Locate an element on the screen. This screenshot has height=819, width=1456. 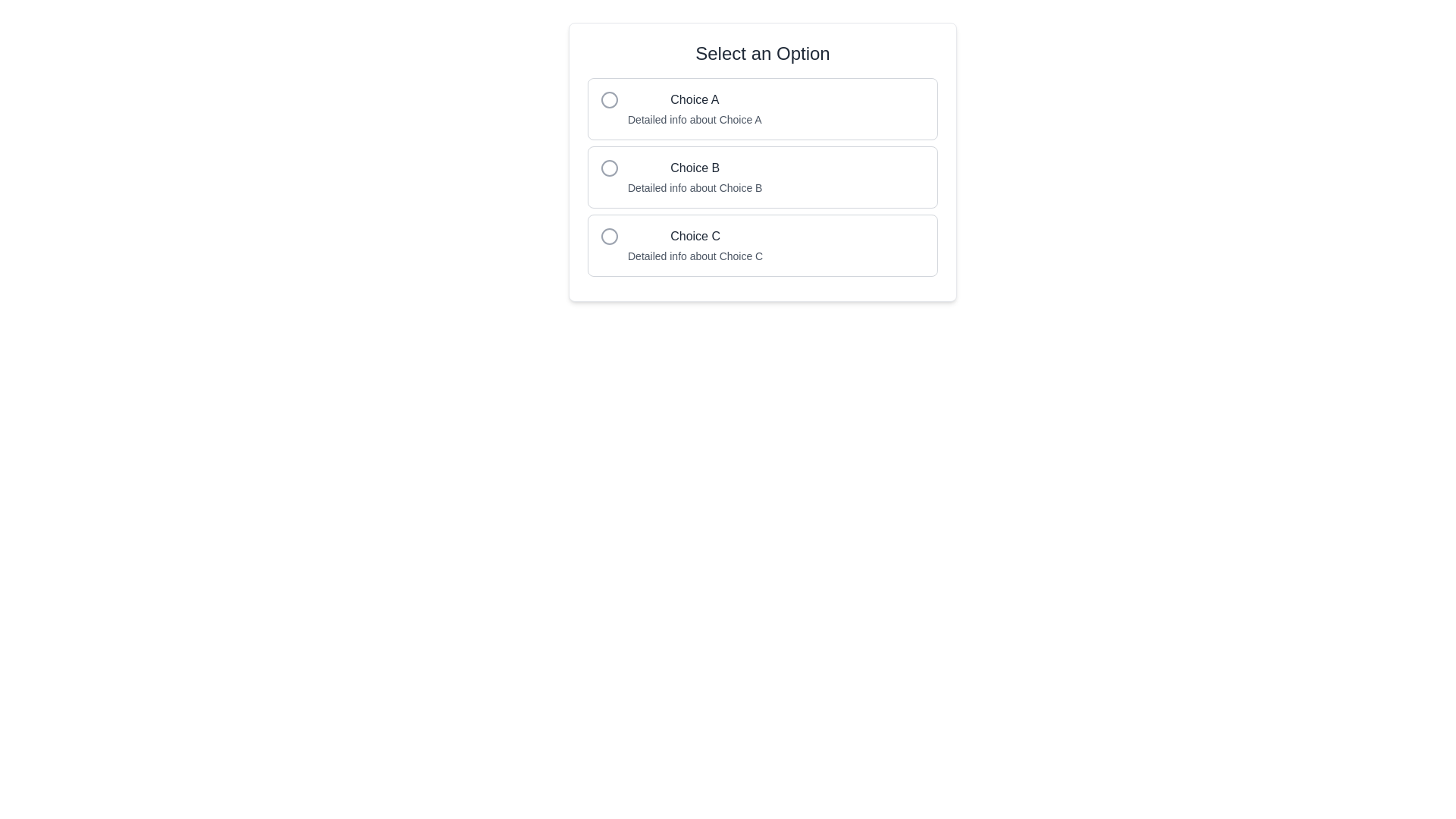
the radio button indicator located at the top left corner of the first option card labeled 'Choice A' is located at coordinates (610, 99).